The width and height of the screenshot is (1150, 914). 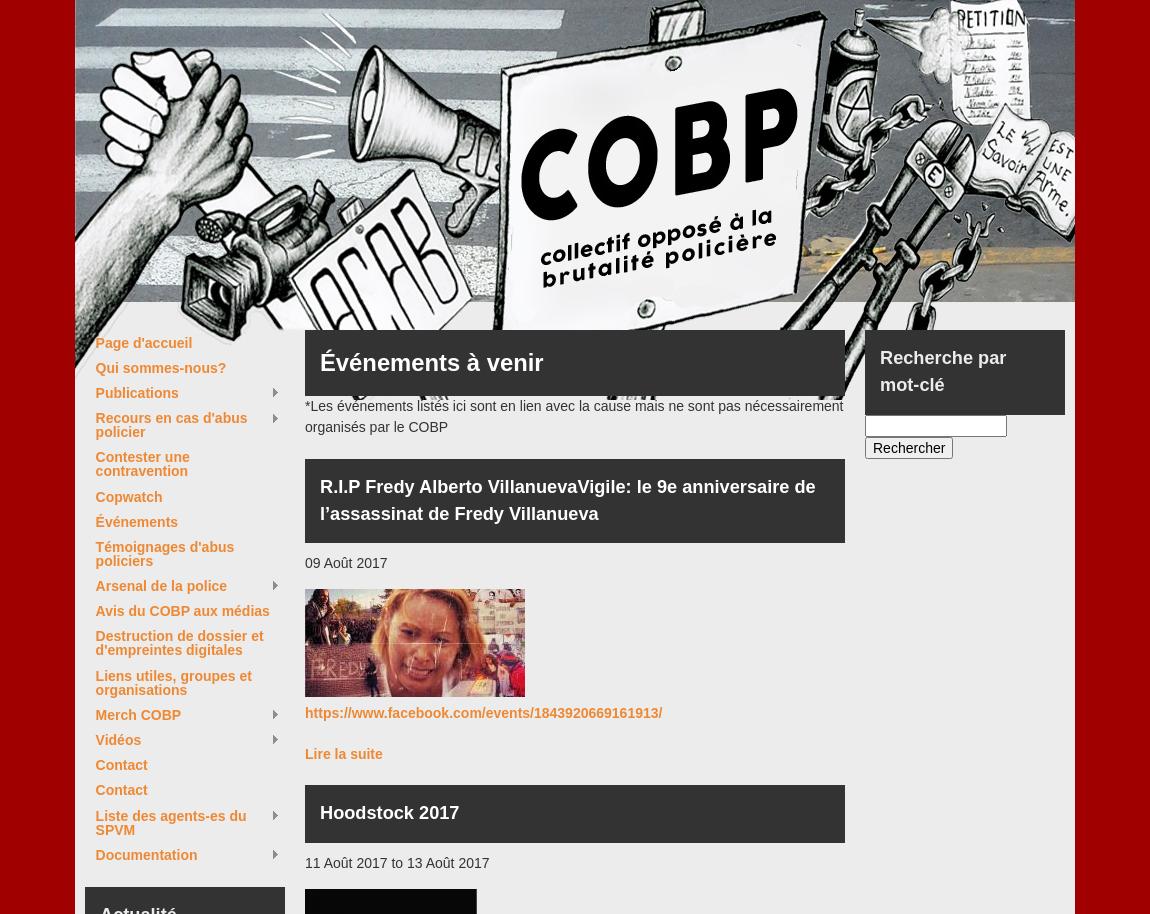 What do you see at coordinates (389, 812) in the screenshot?
I see `'Hoodstock 2017'` at bounding box center [389, 812].